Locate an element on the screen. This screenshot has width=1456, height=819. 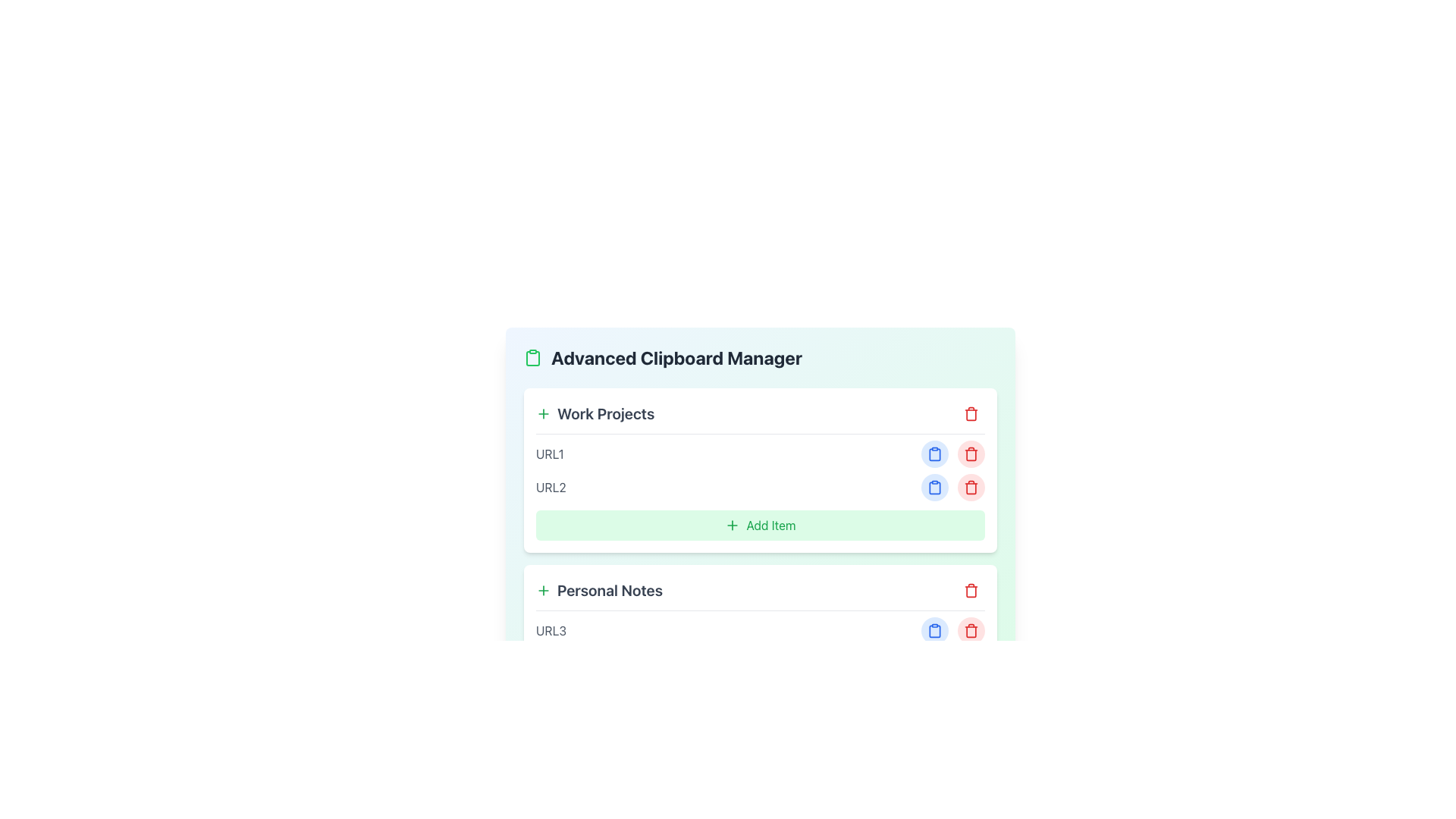
the trash can icon button, which is red-colored and indicates a delete action, located is located at coordinates (971, 488).